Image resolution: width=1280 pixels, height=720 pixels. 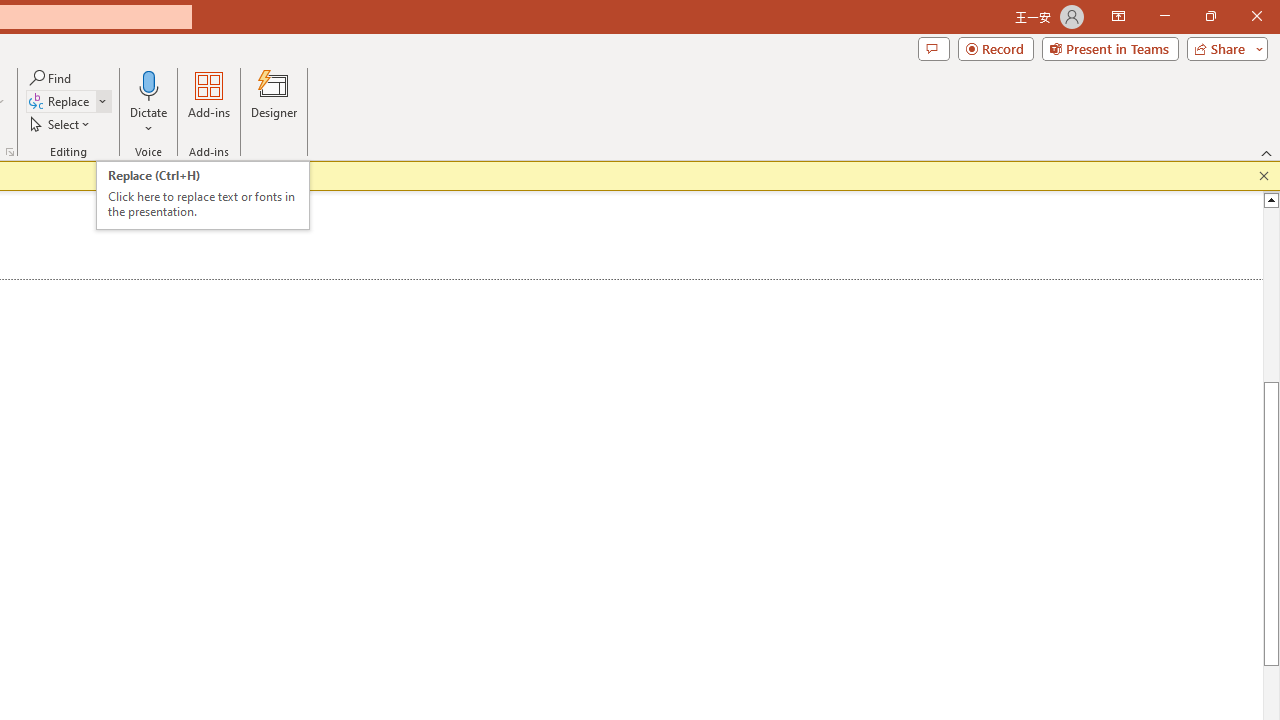 What do you see at coordinates (1263, 175) in the screenshot?
I see `'Close this message'` at bounding box center [1263, 175].